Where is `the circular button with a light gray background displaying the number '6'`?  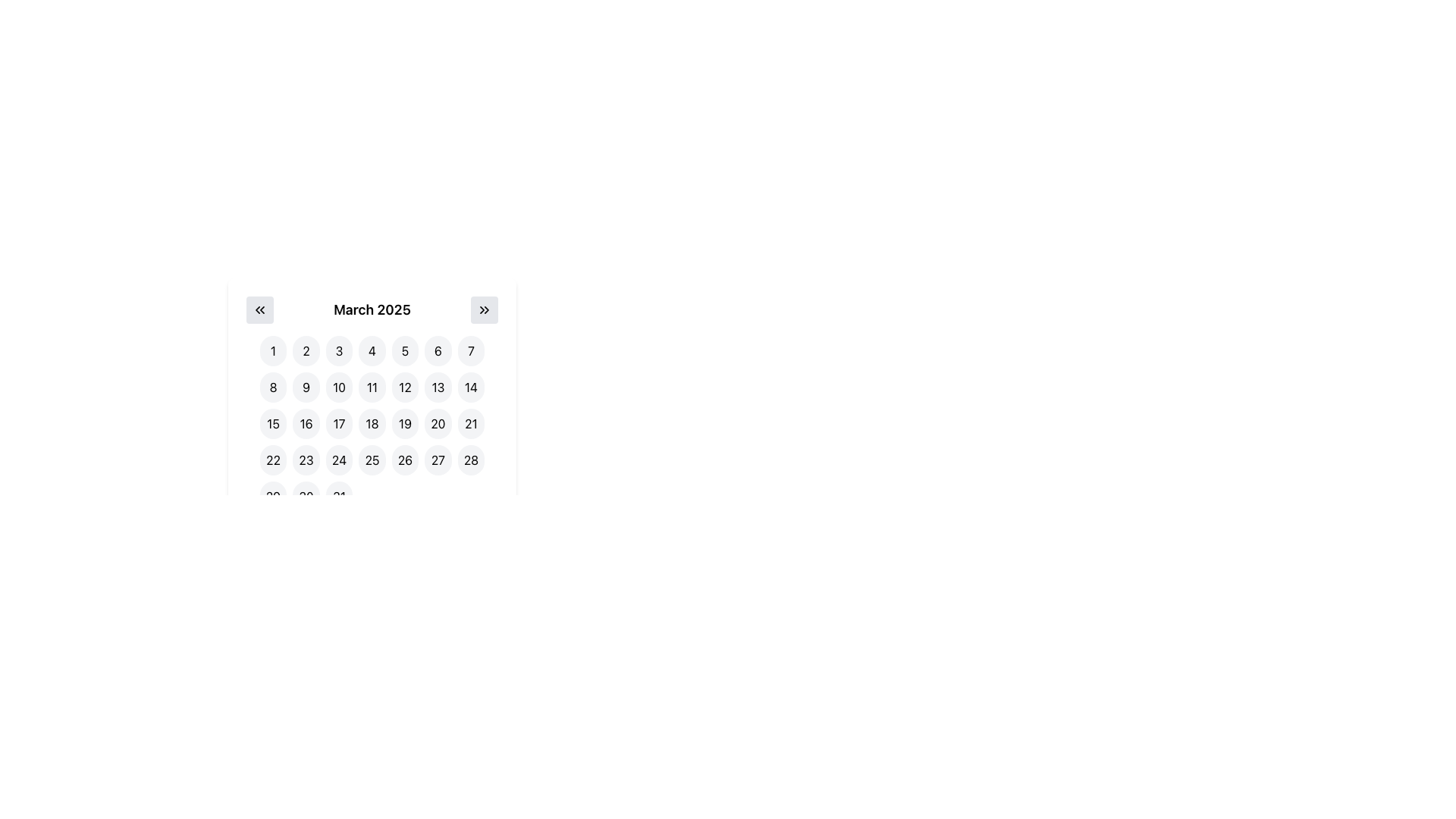 the circular button with a light gray background displaying the number '6' is located at coordinates (437, 350).